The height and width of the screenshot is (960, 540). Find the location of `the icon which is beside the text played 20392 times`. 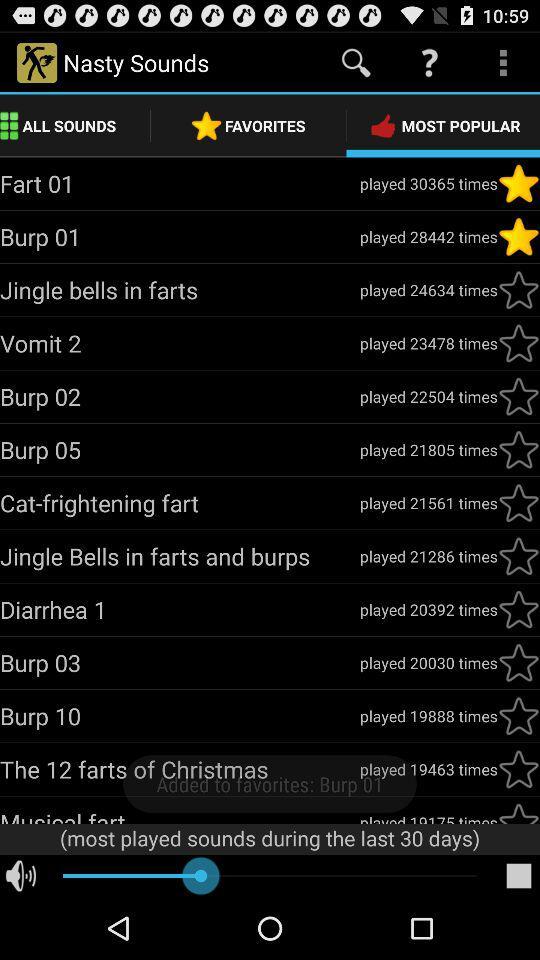

the icon which is beside the text played 20392 times is located at coordinates (518, 608).